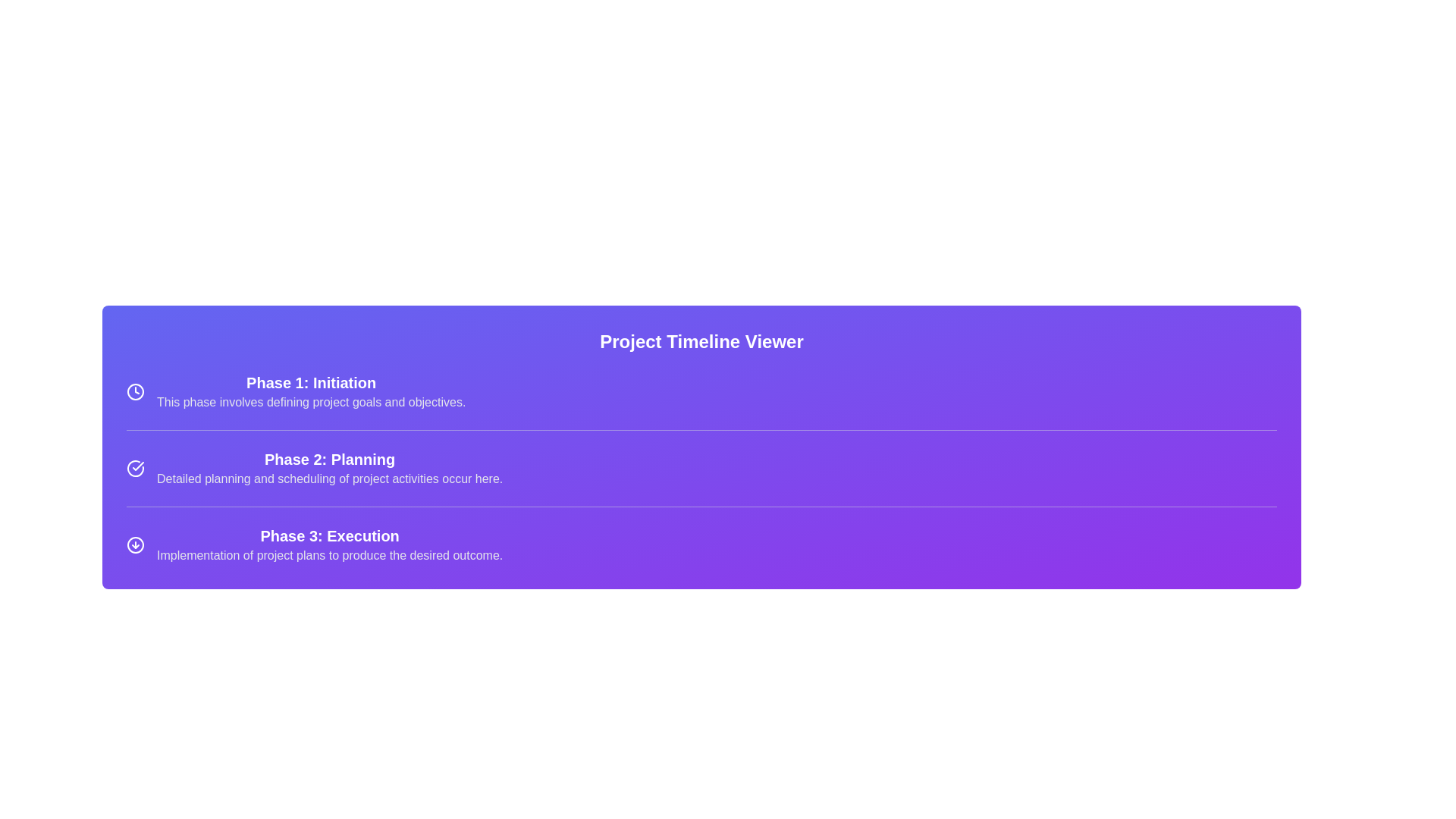 This screenshot has width=1456, height=819. I want to click on the text display element that provides a description of the goals and objectives associated with the 'Phase 1: Initiation' section of the project timeline, so click(310, 402).